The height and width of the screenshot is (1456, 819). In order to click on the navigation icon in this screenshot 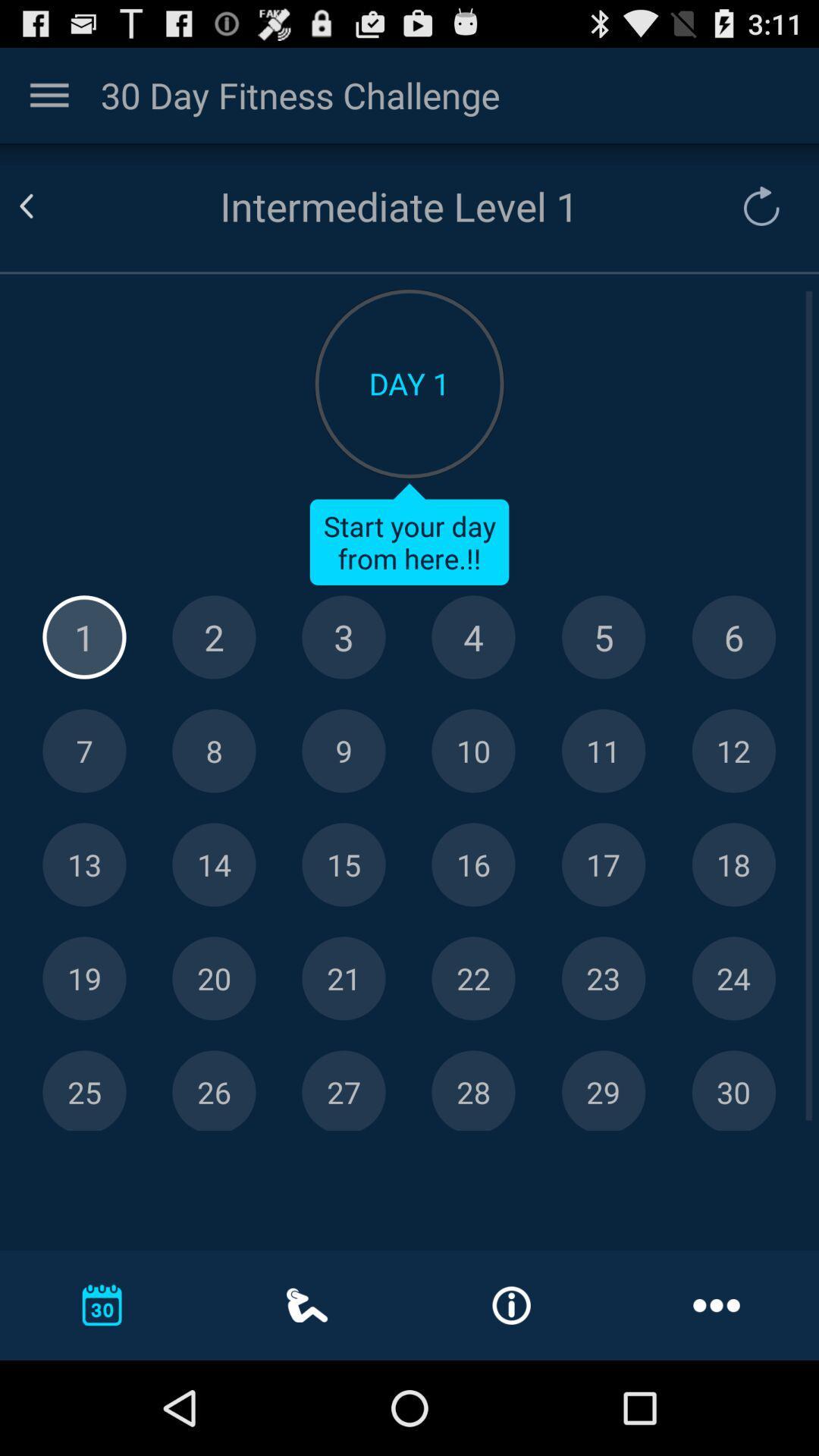, I will do `click(603, 924)`.